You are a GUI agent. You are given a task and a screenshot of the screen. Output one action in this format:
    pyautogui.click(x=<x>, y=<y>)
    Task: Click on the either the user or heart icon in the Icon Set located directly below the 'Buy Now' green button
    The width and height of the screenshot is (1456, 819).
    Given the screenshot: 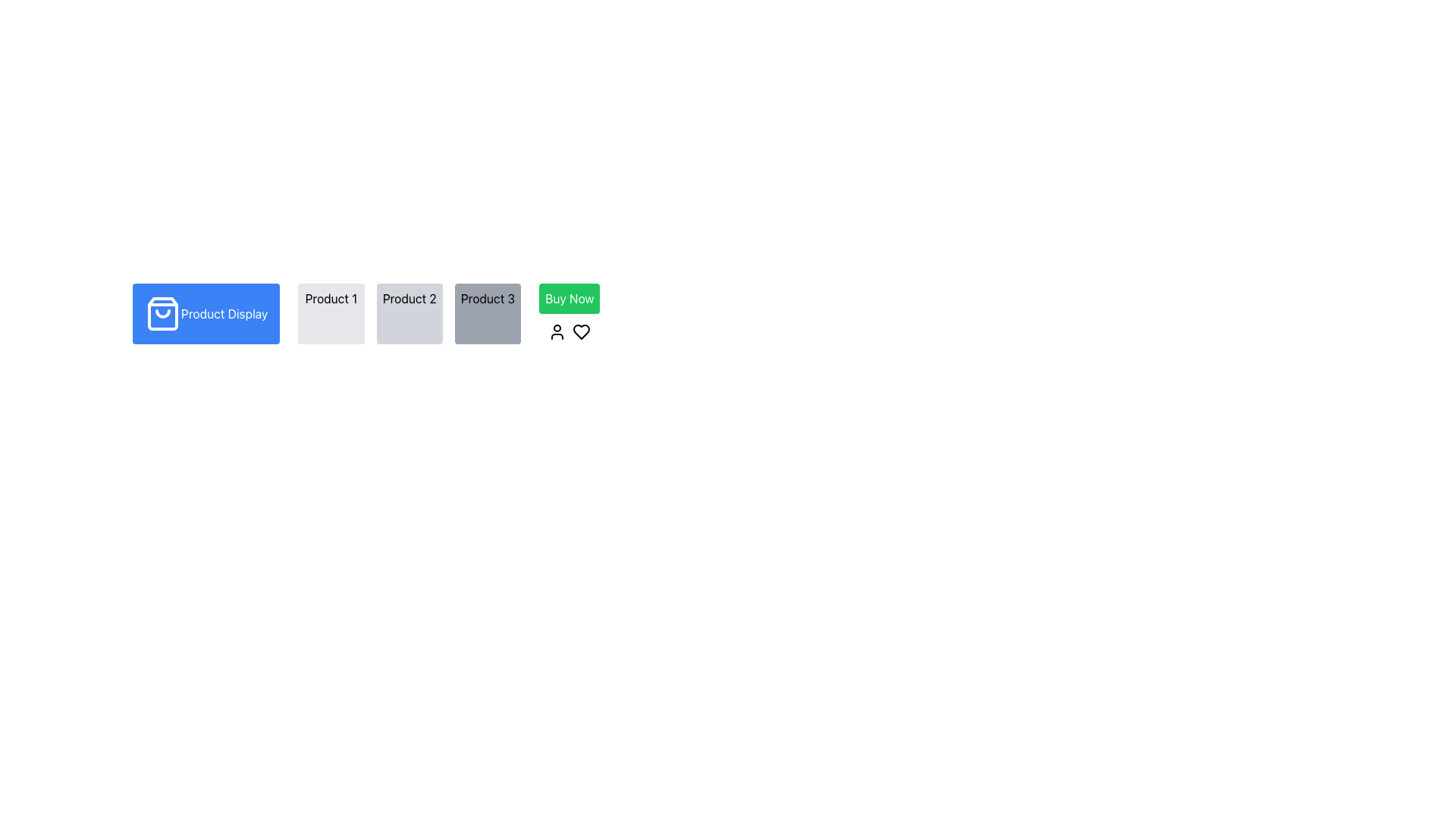 What is the action you would take?
    pyautogui.click(x=569, y=331)
    